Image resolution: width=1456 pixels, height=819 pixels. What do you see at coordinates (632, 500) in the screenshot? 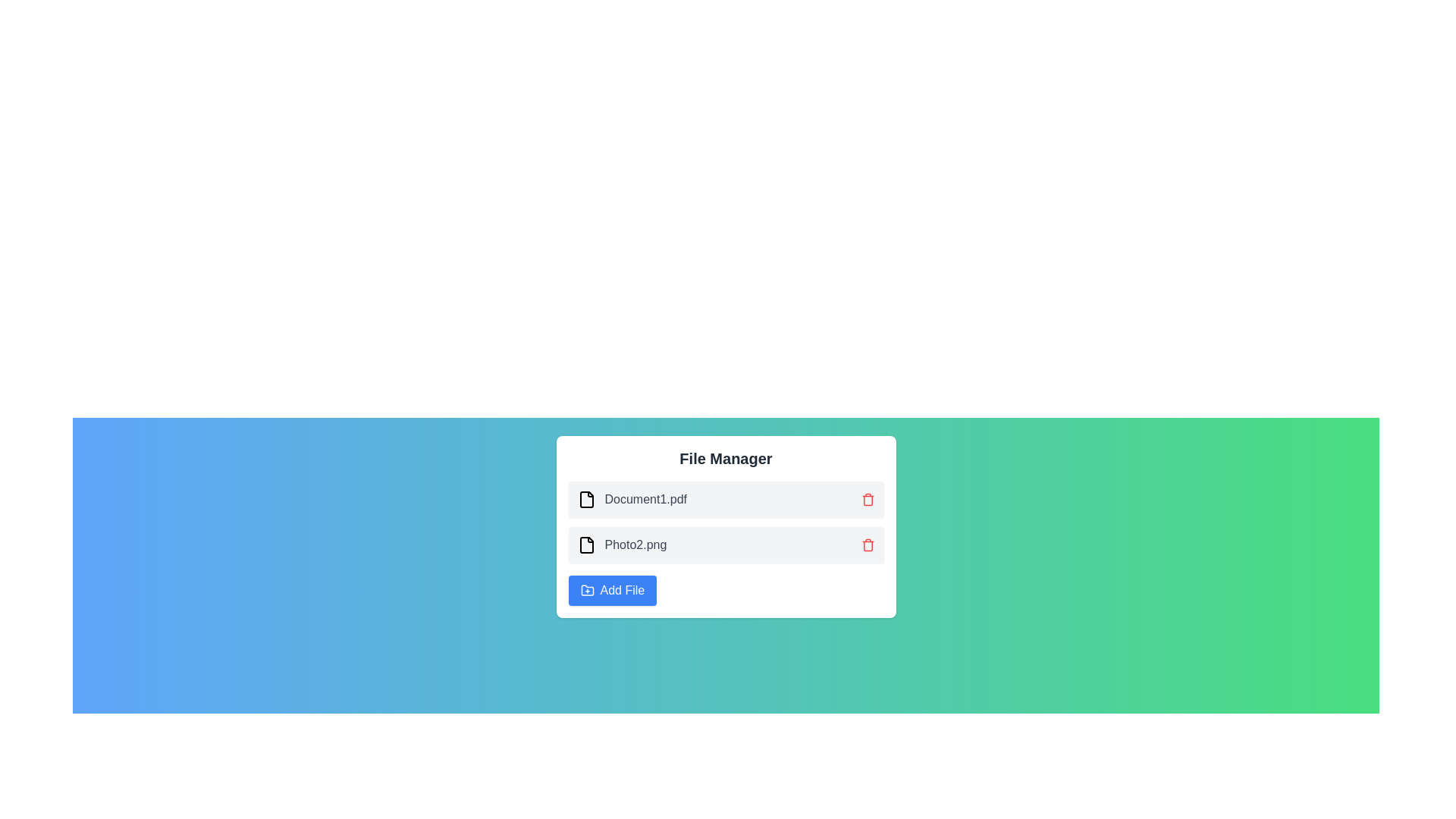
I see `the text label displaying the file name 'Document1.pdf', which is the first file entry in the file list under the 'File Manager' heading` at bounding box center [632, 500].